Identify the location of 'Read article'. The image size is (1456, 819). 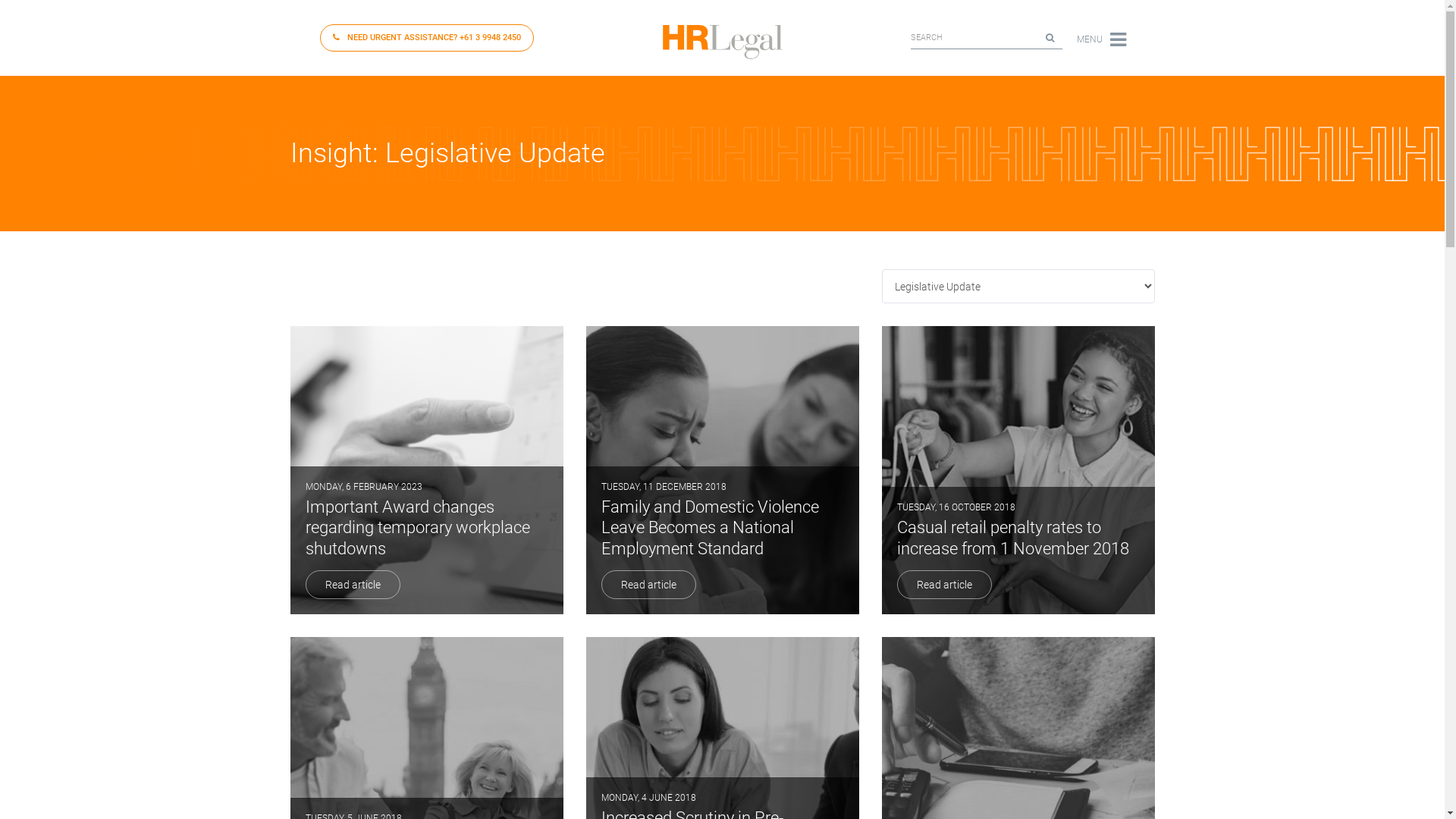
(648, 584).